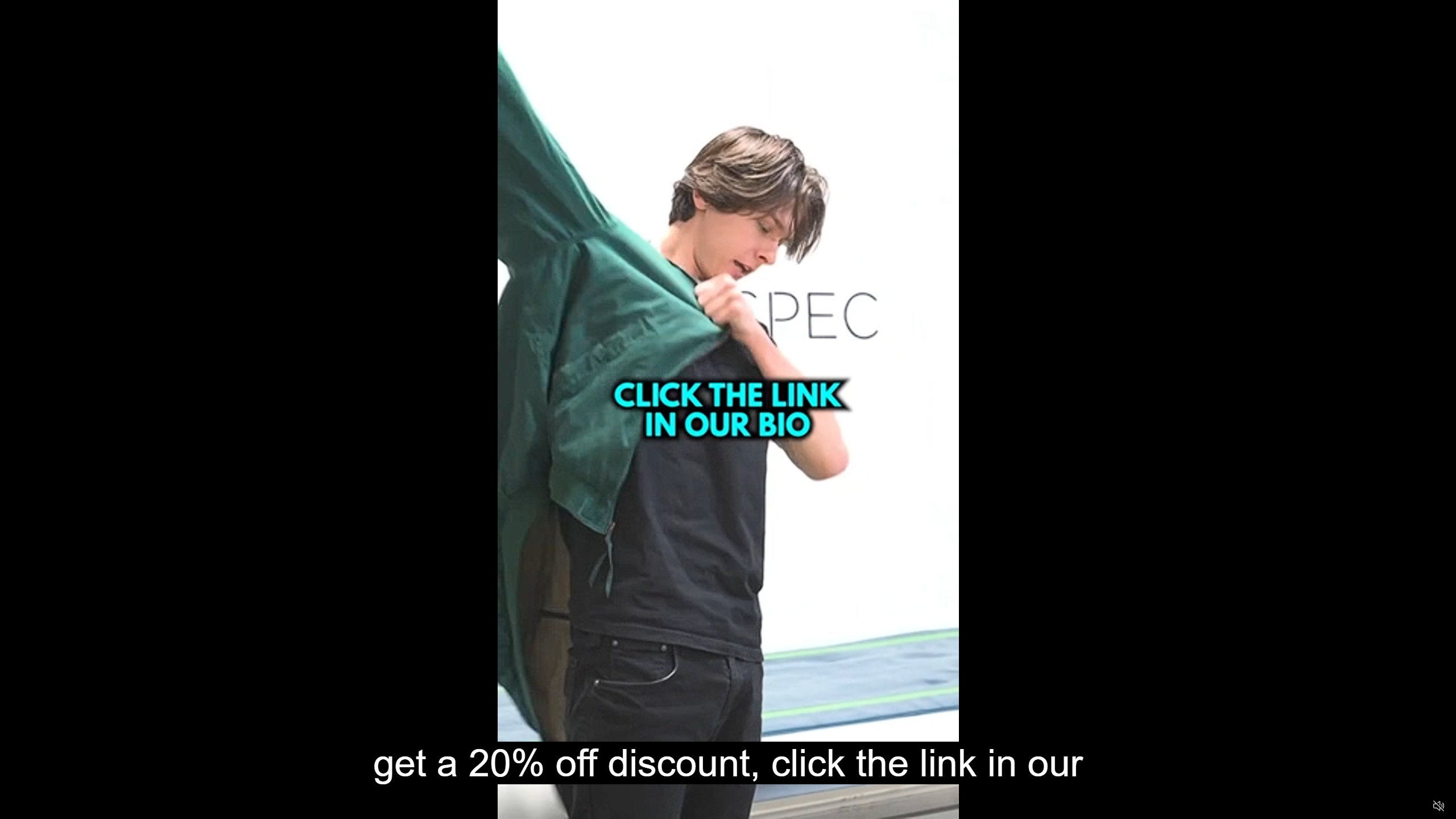 The height and width of the screenshot is (819, 1456). What do you see at coordinates (1438, 805) in the screenshot?
I see `'Unmute'` at bounding box center [1438, 805].